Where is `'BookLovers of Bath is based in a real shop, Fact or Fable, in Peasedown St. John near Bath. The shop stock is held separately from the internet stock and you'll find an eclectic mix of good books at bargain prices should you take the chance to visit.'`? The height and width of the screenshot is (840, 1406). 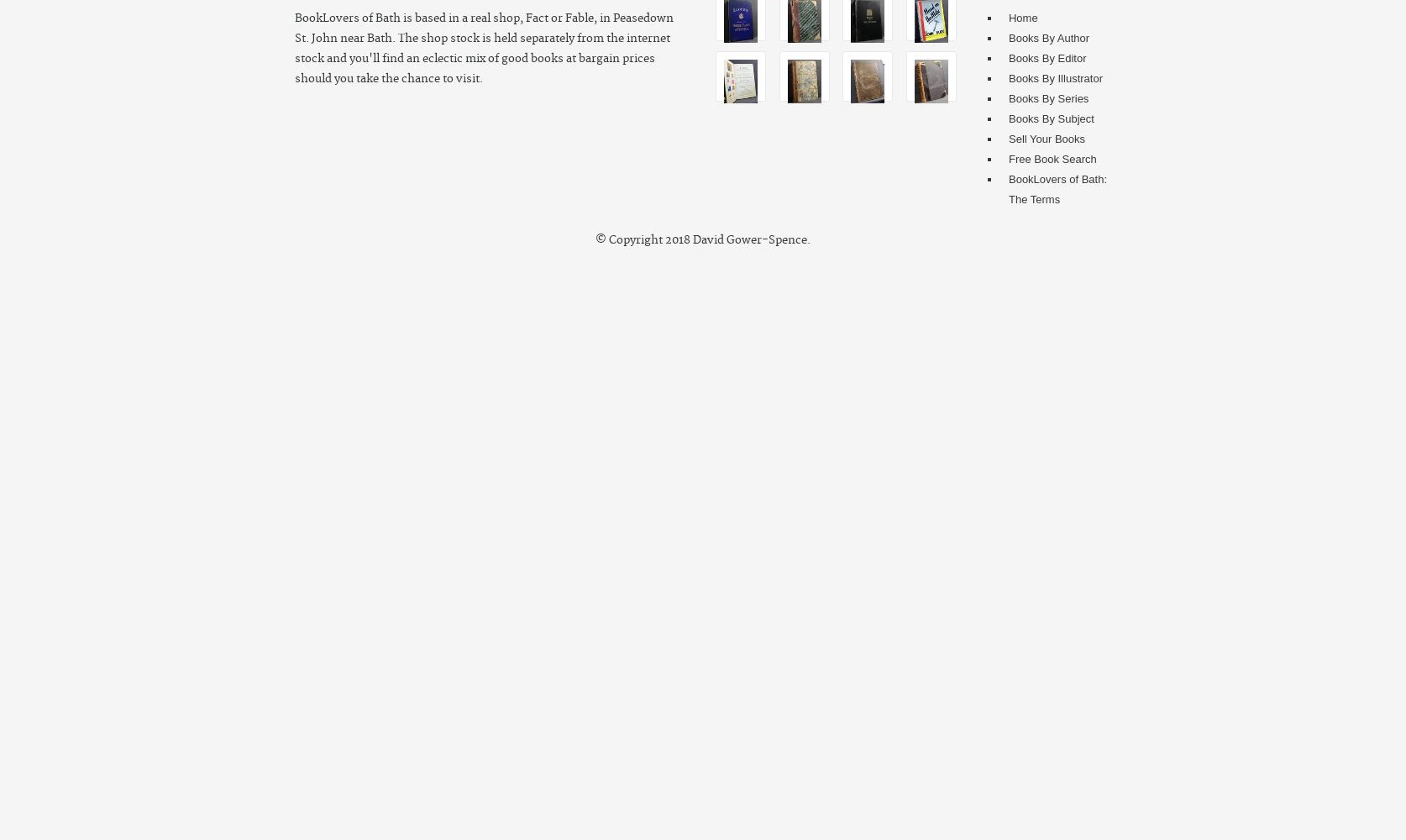 'BookLovers of Bath is based in a real shop, Fact or Fable, in Peasedown St. John near Bath. The shop stock is held separately from the internet stock and you'll find an eclectic mix of good books at bargain prices should you take the chance to visit.' is located at coordinates (484, 49).